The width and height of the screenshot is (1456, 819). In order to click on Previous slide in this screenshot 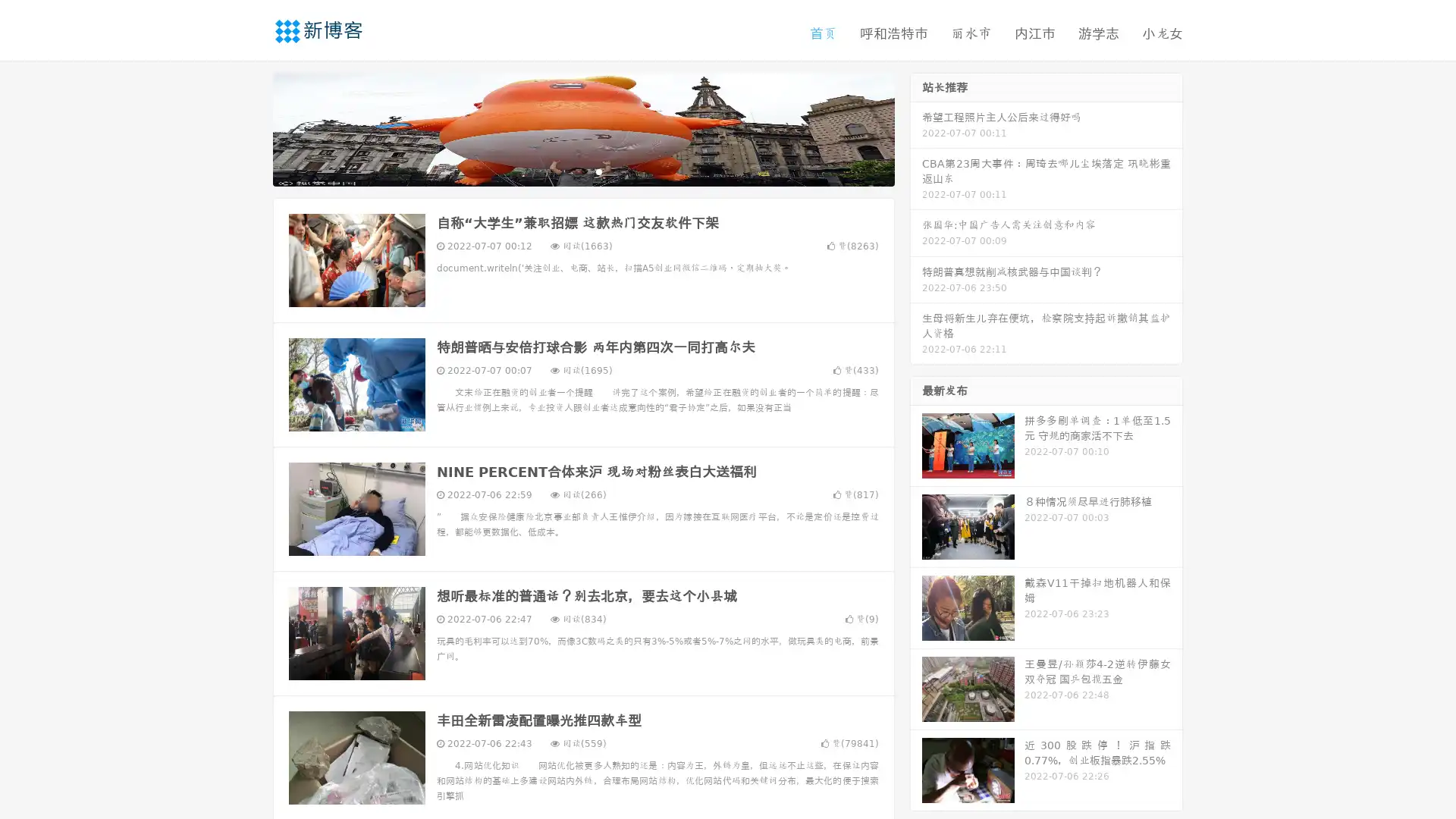, I will do `click(250, 127)`.